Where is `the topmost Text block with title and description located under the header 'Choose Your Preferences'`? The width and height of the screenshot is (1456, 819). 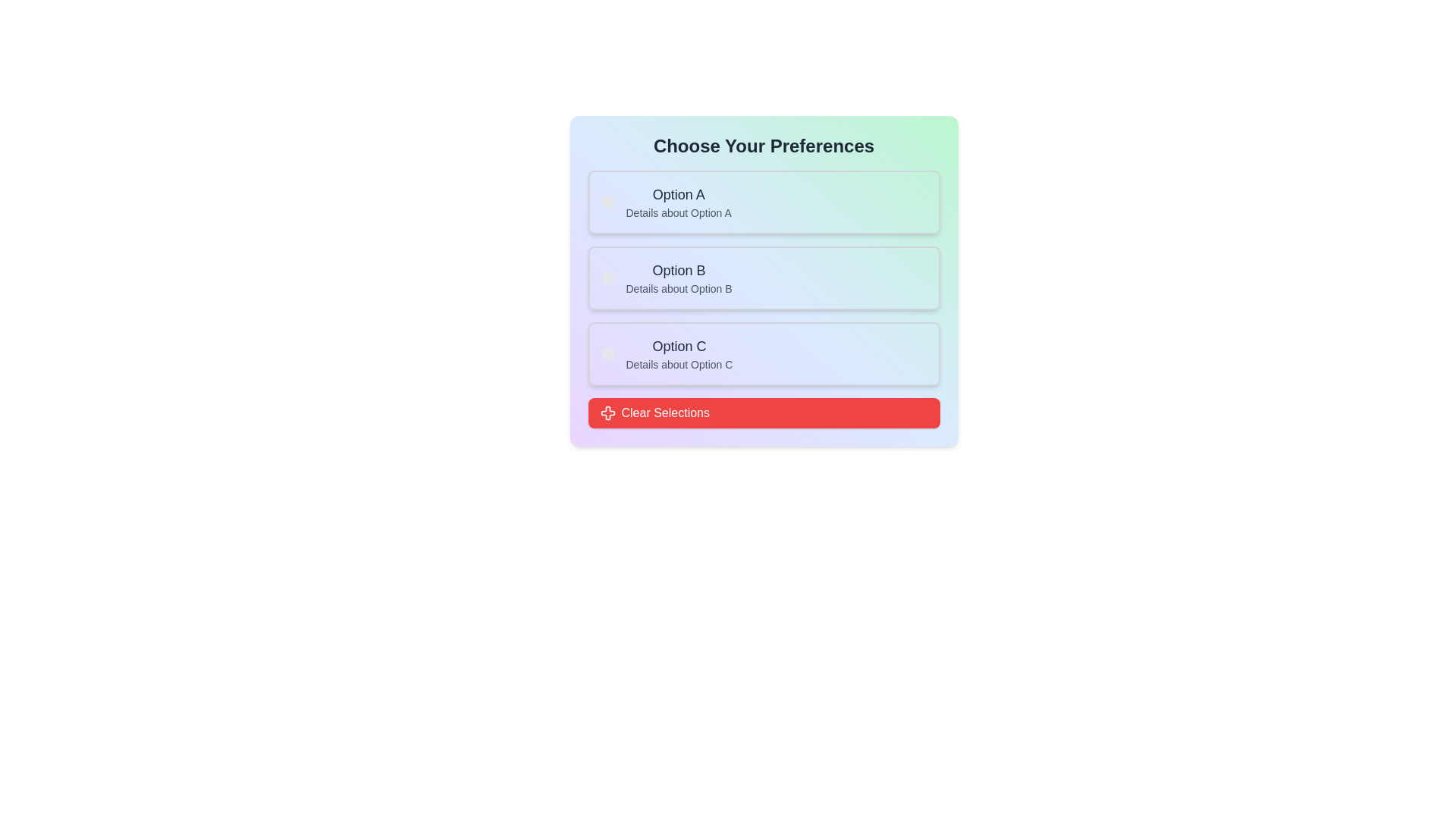 the topmost Text block with title and description located under the header 'Choose Your Preferences' is located at coordinates (678, 201).